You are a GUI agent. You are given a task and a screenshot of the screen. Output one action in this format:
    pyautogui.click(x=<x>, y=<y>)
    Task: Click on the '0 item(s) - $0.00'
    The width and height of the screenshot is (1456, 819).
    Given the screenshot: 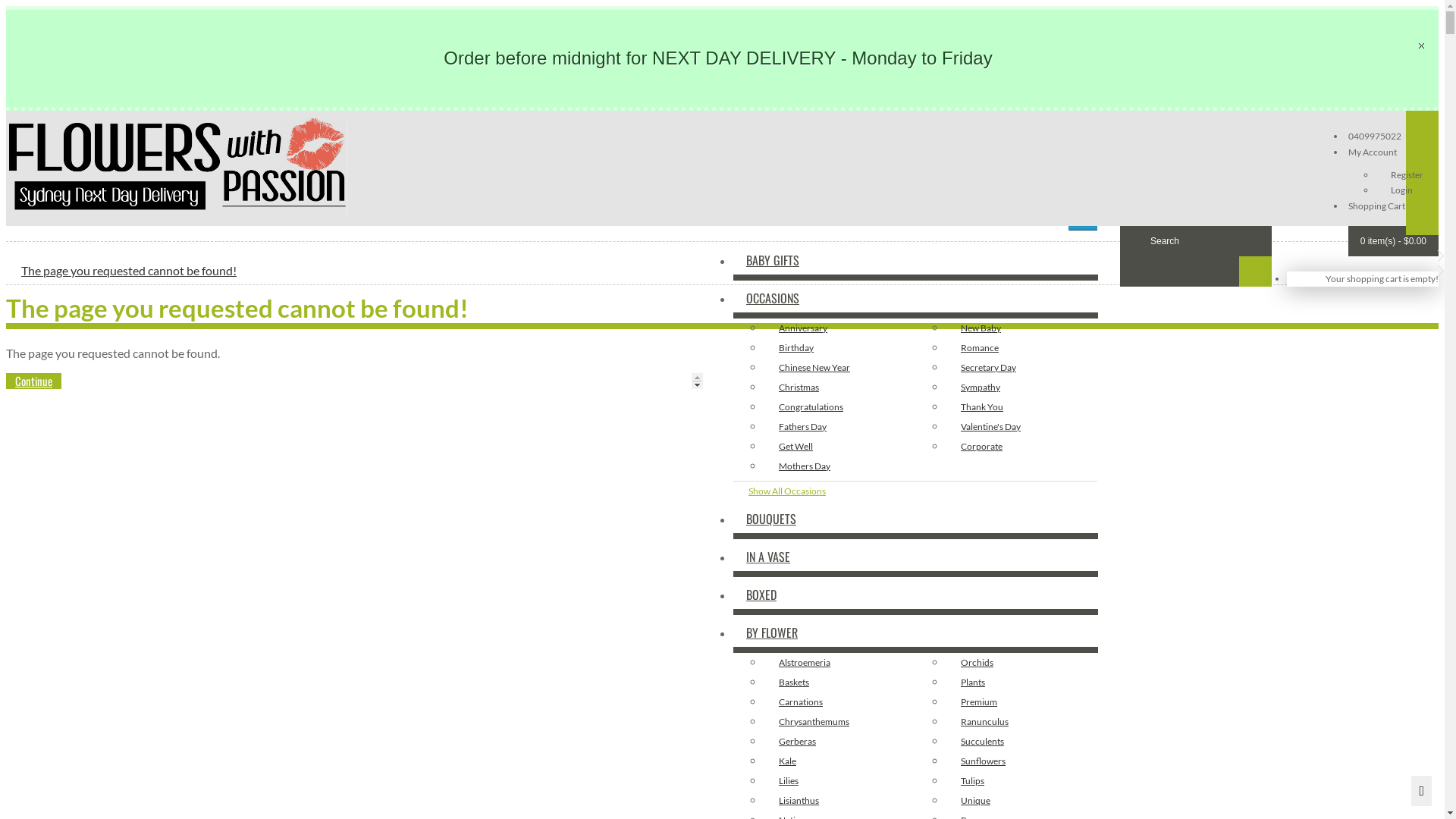 What is the action you would take?
    pyautogui.click(x=1393, y=240)
    